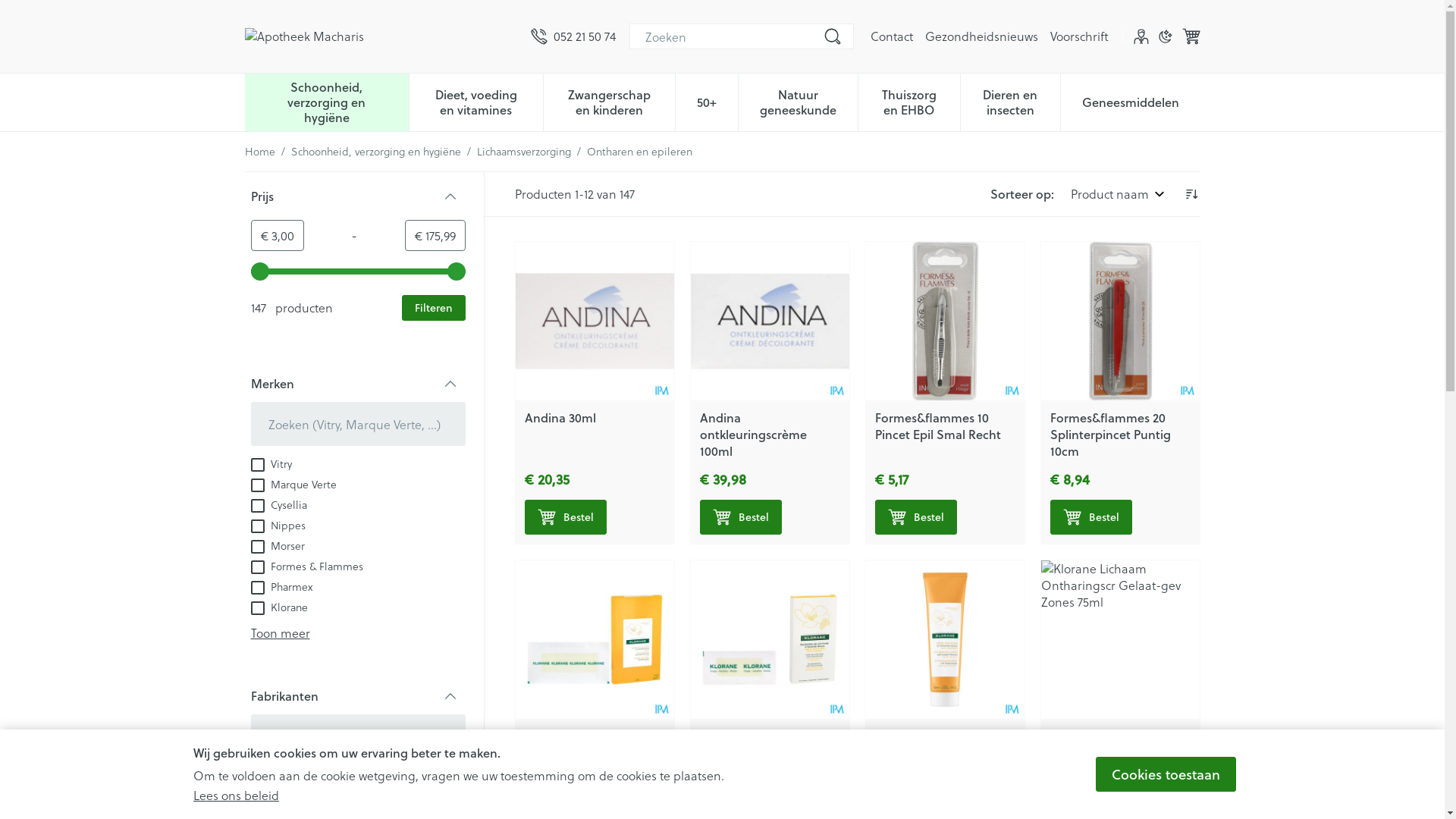 This screenshot has width=1456, height=819. Describe the element at coordinates (892, 35) in the screenshot. I see `'Contact'` at that location.